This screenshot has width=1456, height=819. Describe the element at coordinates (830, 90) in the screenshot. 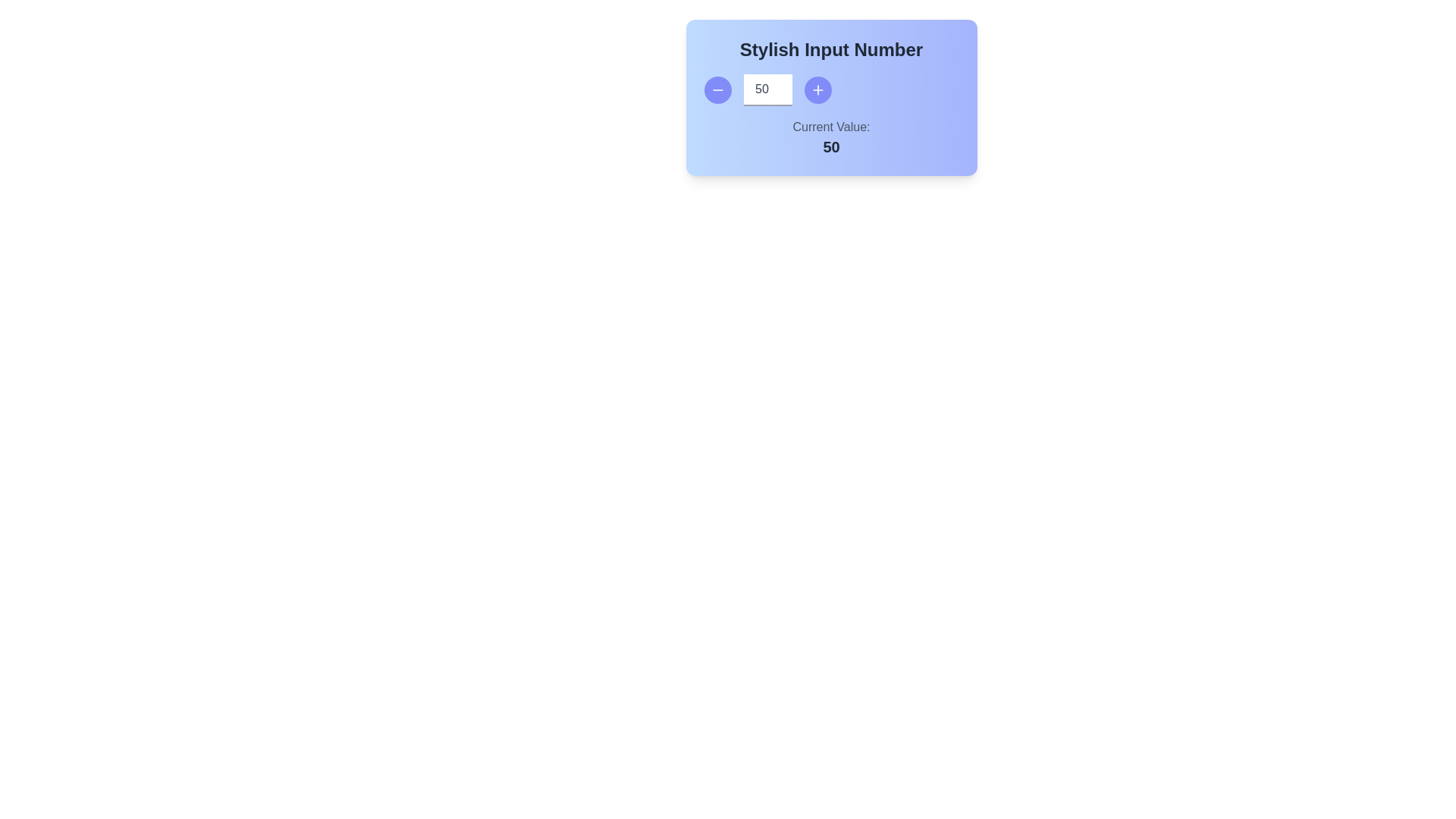

I see `the light blue button with a white '+' symbol, which is the third button in the row of controls next to the '-' button and an input box showing '50', to increment the value` at that location.